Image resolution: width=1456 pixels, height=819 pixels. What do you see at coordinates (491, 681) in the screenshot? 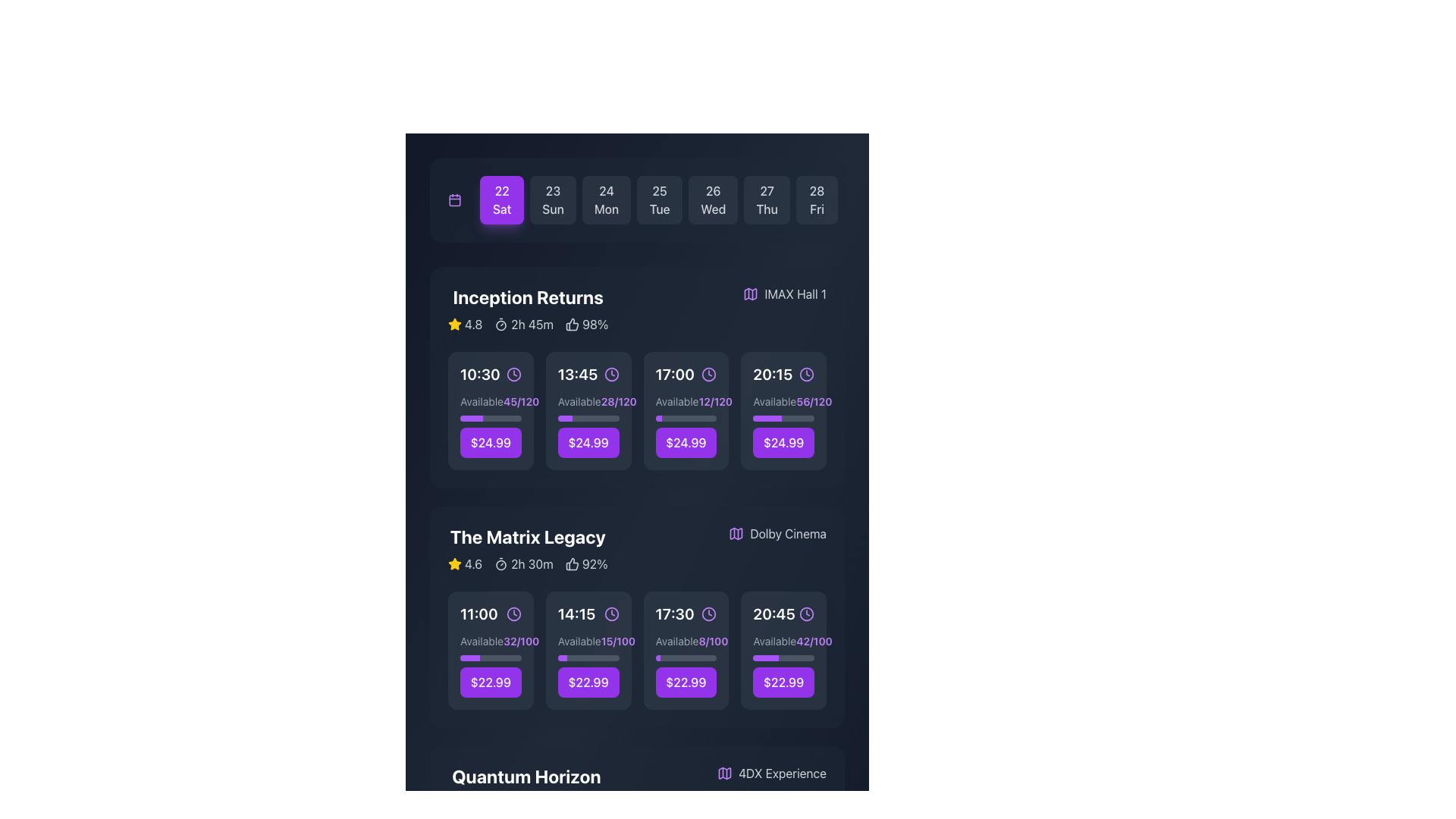
I see `the rectangular button displaying the price '$22.99' with a bold white font on a purple background, located in the 'The Matrix Legacy' section under the timing label '11:00'` at bounding box center [491, 681].